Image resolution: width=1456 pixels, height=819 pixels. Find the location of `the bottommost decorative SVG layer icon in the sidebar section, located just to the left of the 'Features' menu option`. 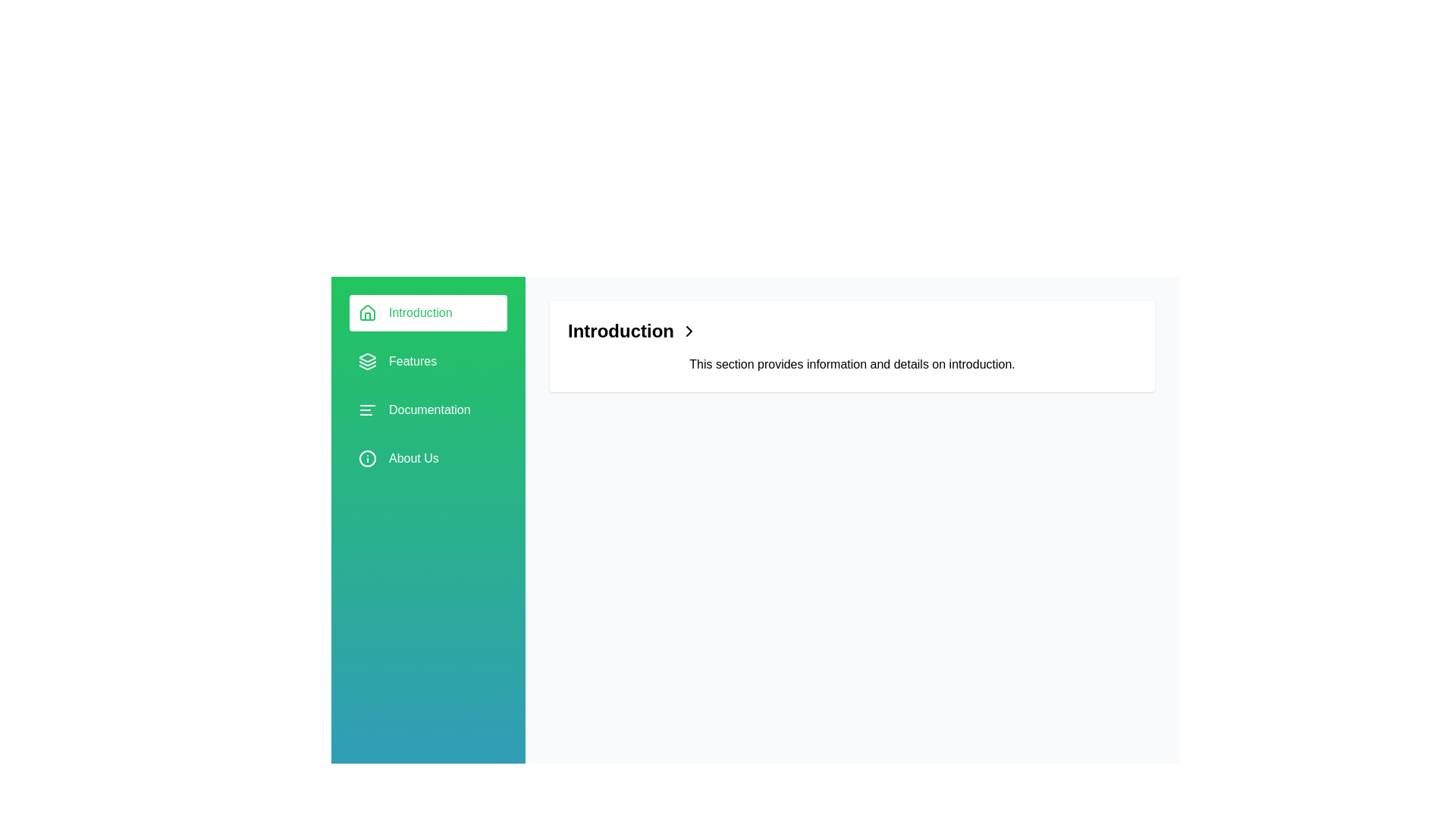

the bottommost decorative SVG layer icon in the sidebar section, located just to the left of the 'Features' menu option is located at coordinates (367, 367).